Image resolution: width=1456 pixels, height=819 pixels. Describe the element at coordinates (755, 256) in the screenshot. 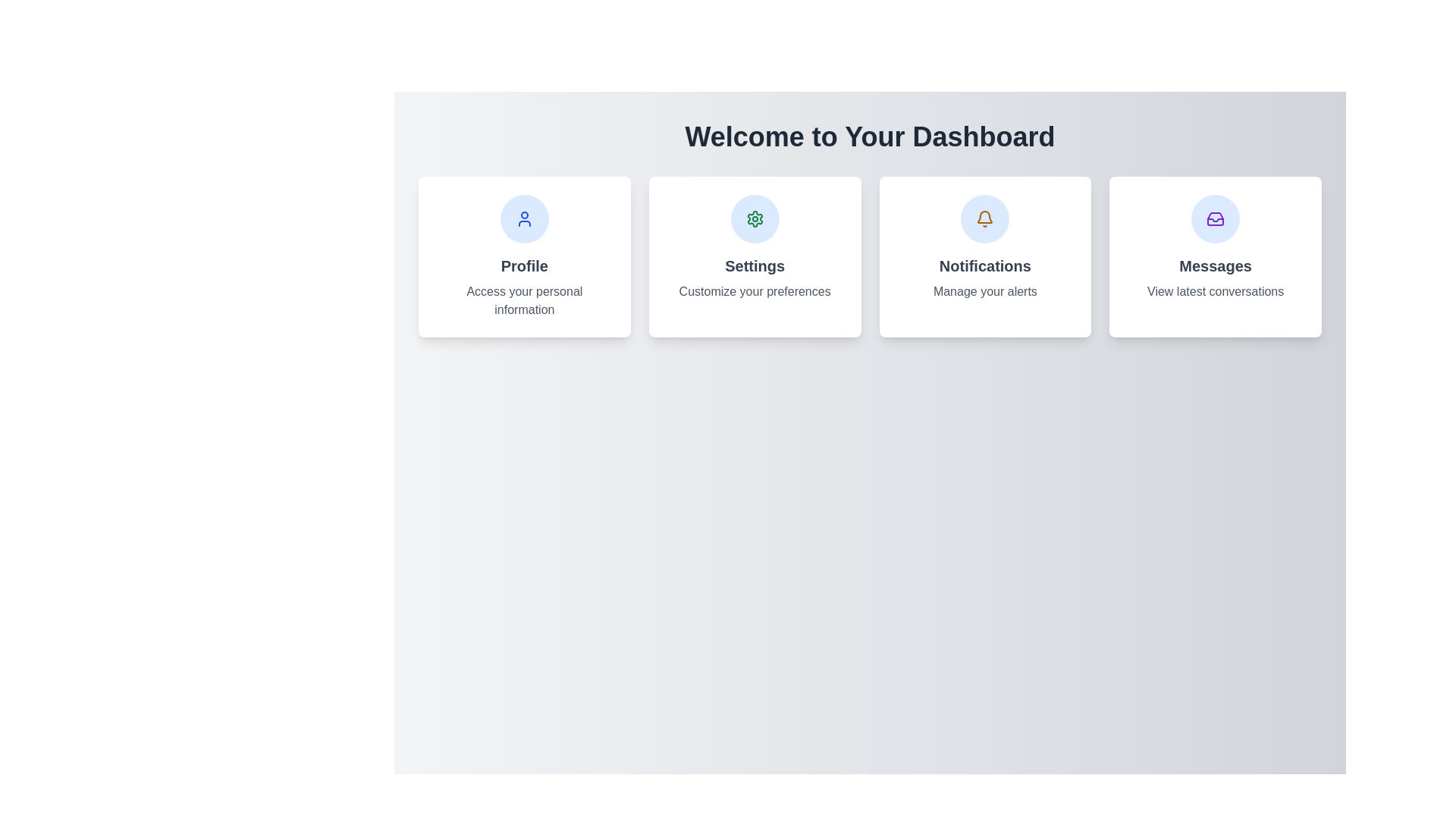

I see `the Interactive card, which is the second card from the left in a grid layout, designed for accessing settings or customization options` at that location.